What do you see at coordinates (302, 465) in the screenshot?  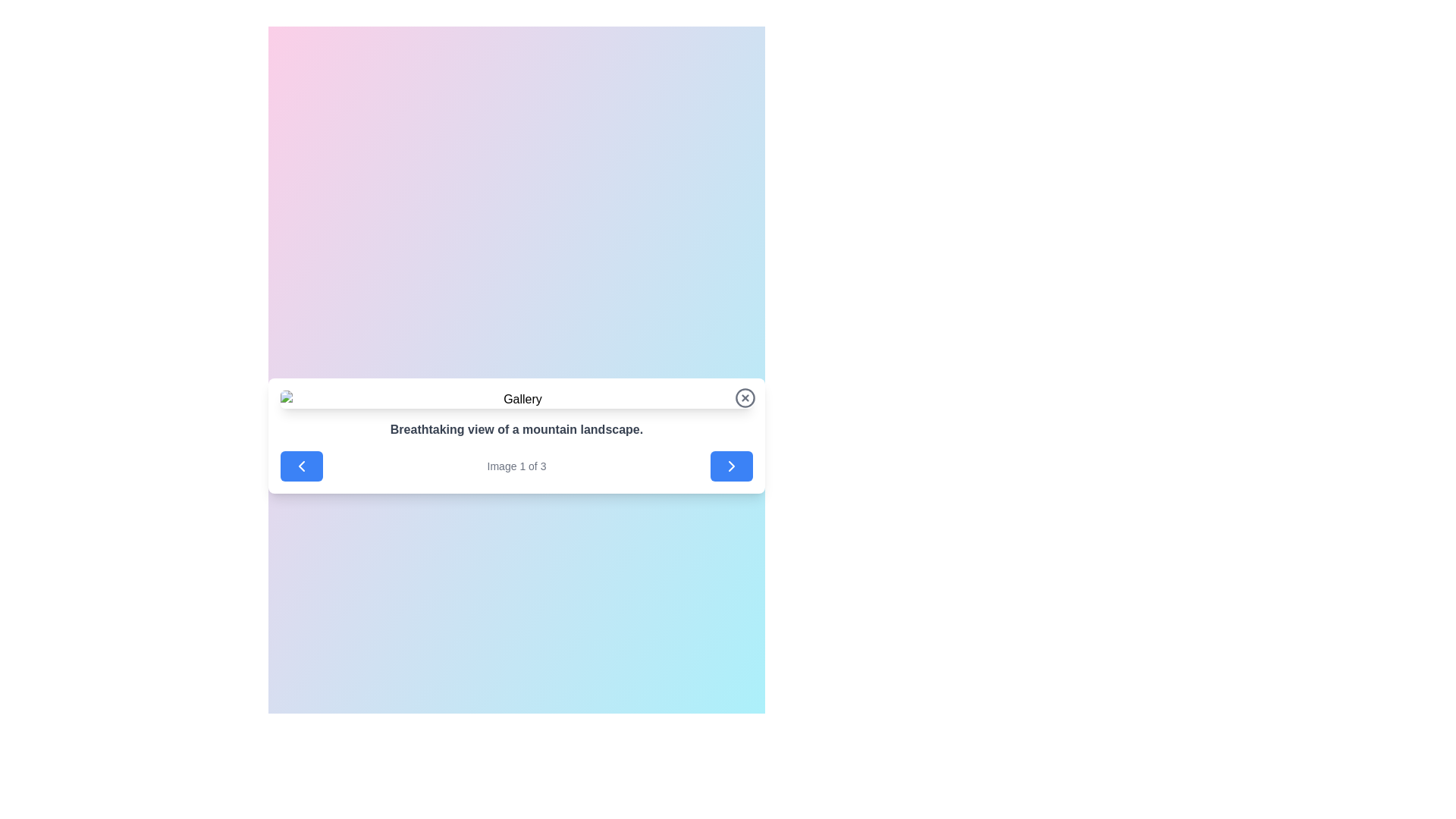 I see `the Chevron Left icon` at bounding box center [302, 465].